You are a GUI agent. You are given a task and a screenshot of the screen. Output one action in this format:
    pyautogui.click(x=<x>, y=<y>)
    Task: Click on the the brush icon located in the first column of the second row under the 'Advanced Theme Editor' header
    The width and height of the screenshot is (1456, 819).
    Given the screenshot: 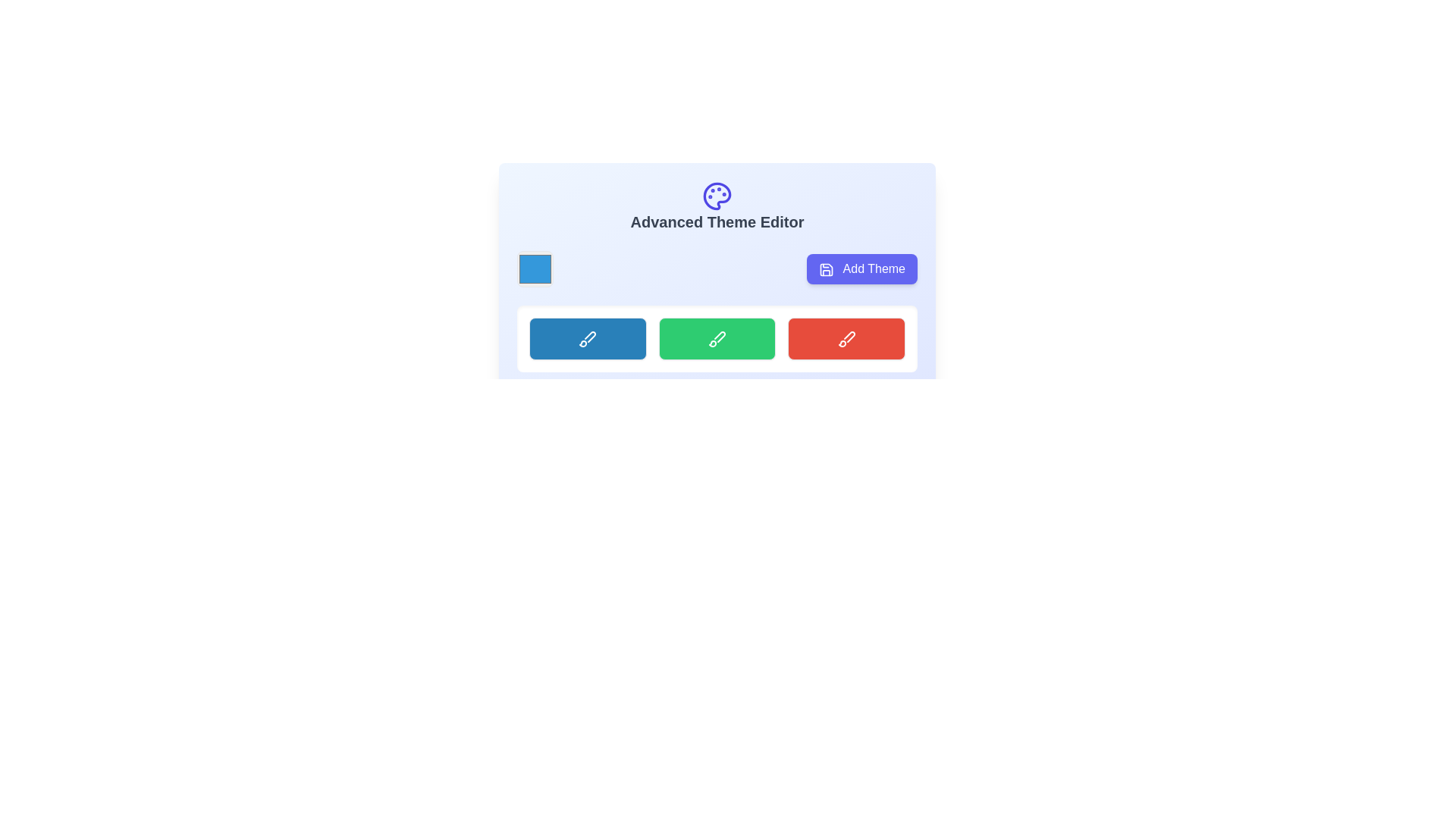 What is the action you would take?
    pyautogui.click(x=587, y=338)
    